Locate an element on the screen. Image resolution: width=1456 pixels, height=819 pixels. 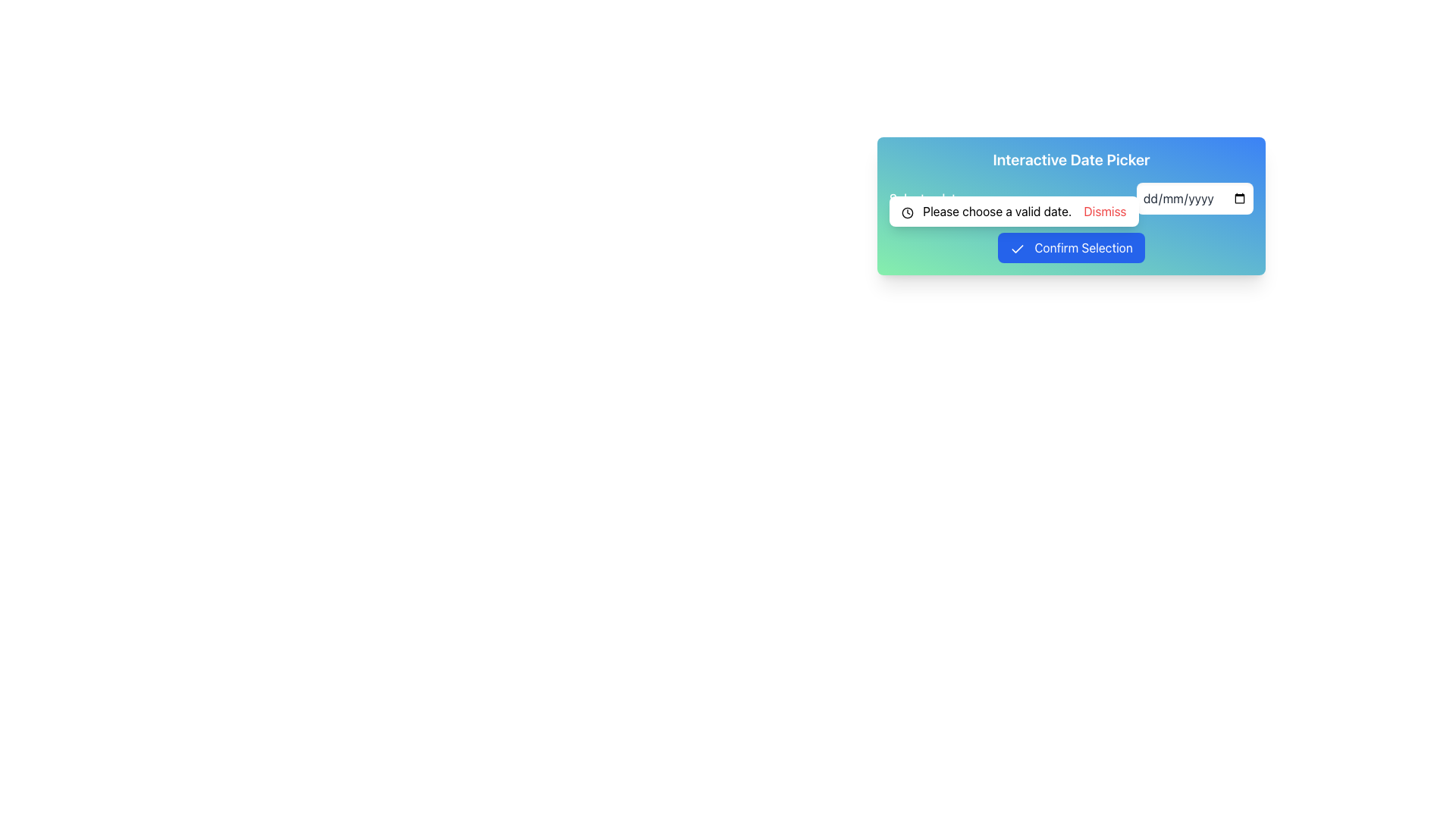
the blue button with rounded corners labeled 'Confirm Selection' to confirm the selection is located at coordinates (1070, 247).